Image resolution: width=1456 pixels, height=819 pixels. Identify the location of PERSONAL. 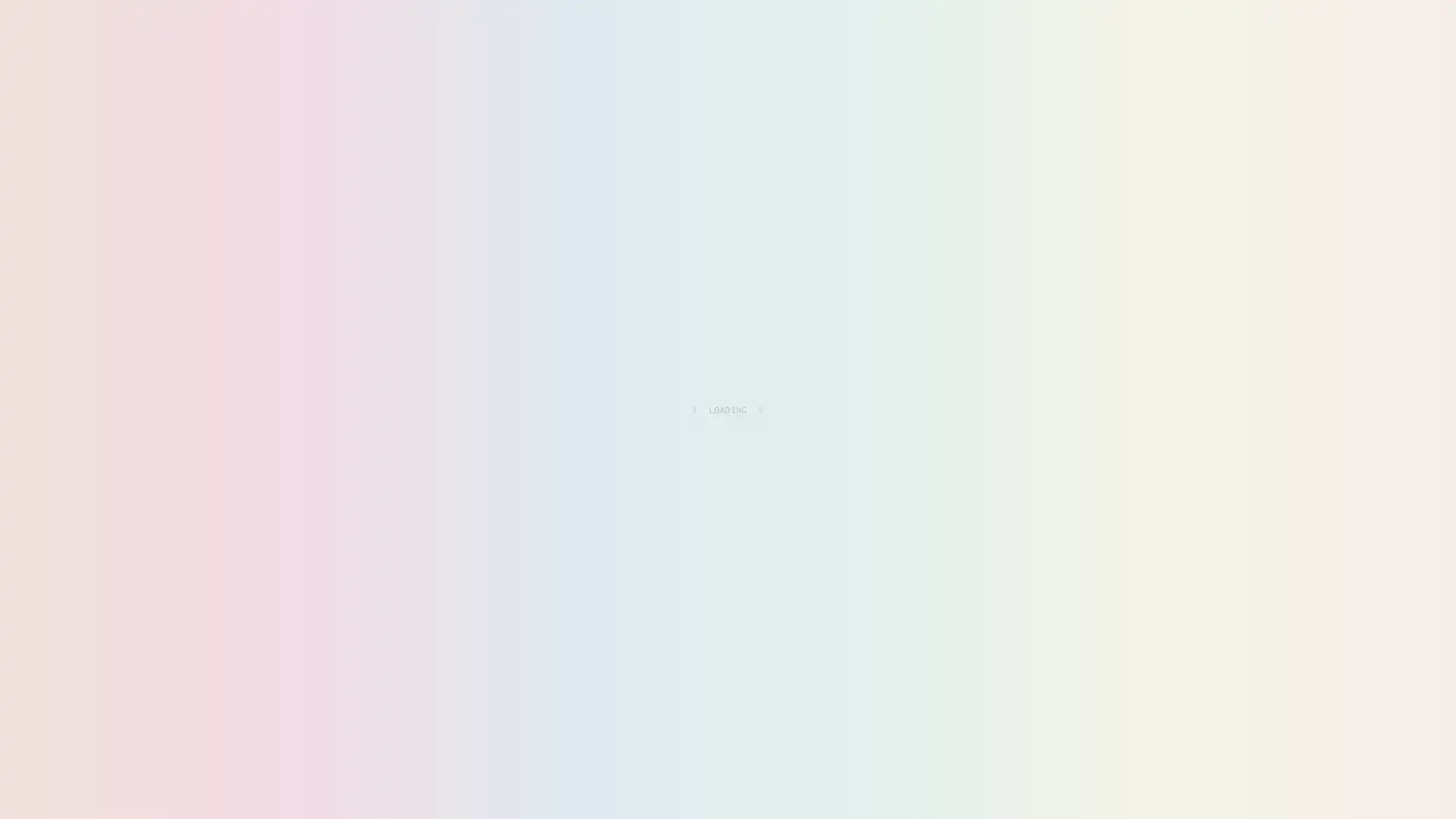
(520, 152).